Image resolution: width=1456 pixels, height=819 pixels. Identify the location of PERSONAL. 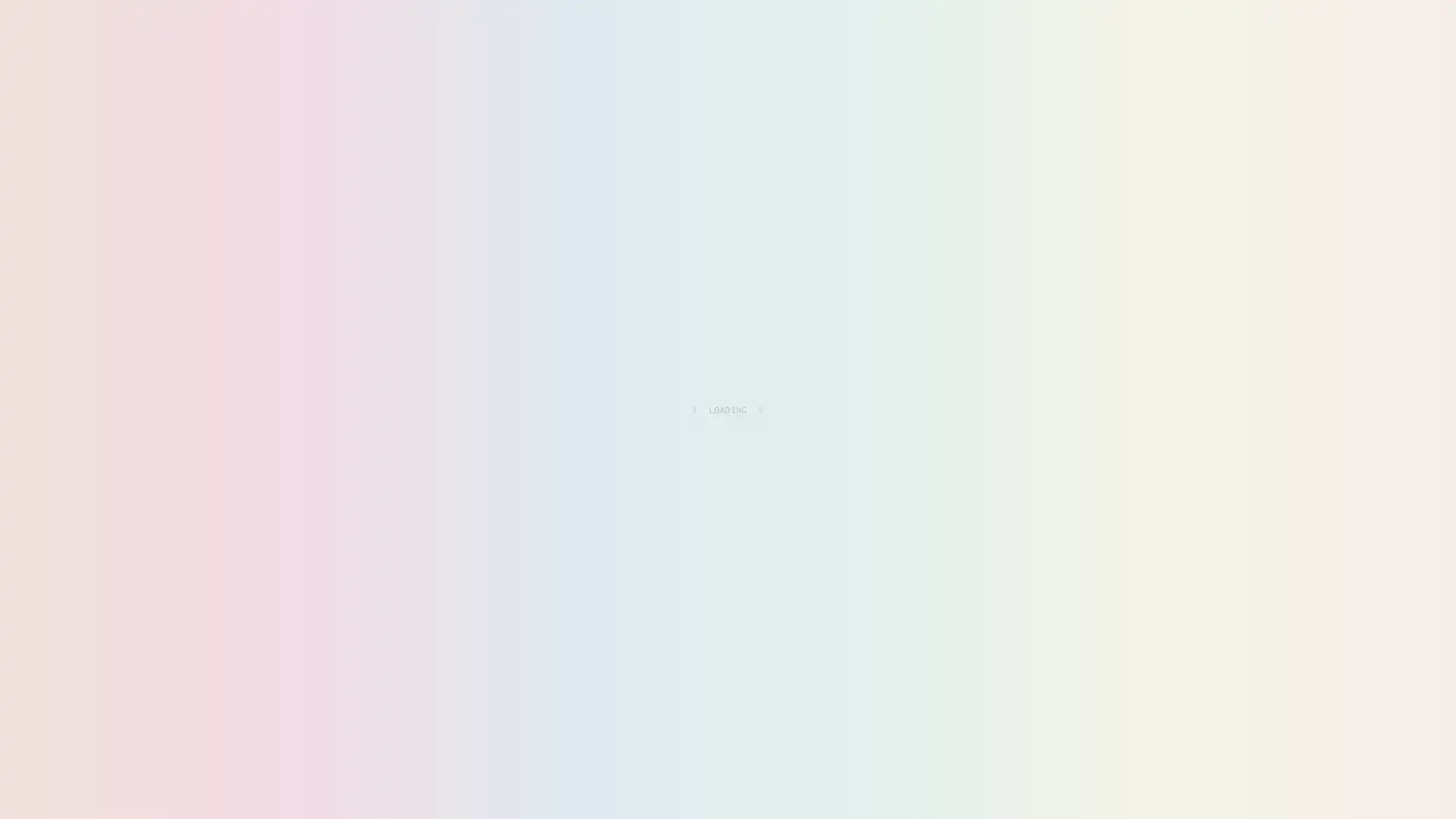
(520, 152).